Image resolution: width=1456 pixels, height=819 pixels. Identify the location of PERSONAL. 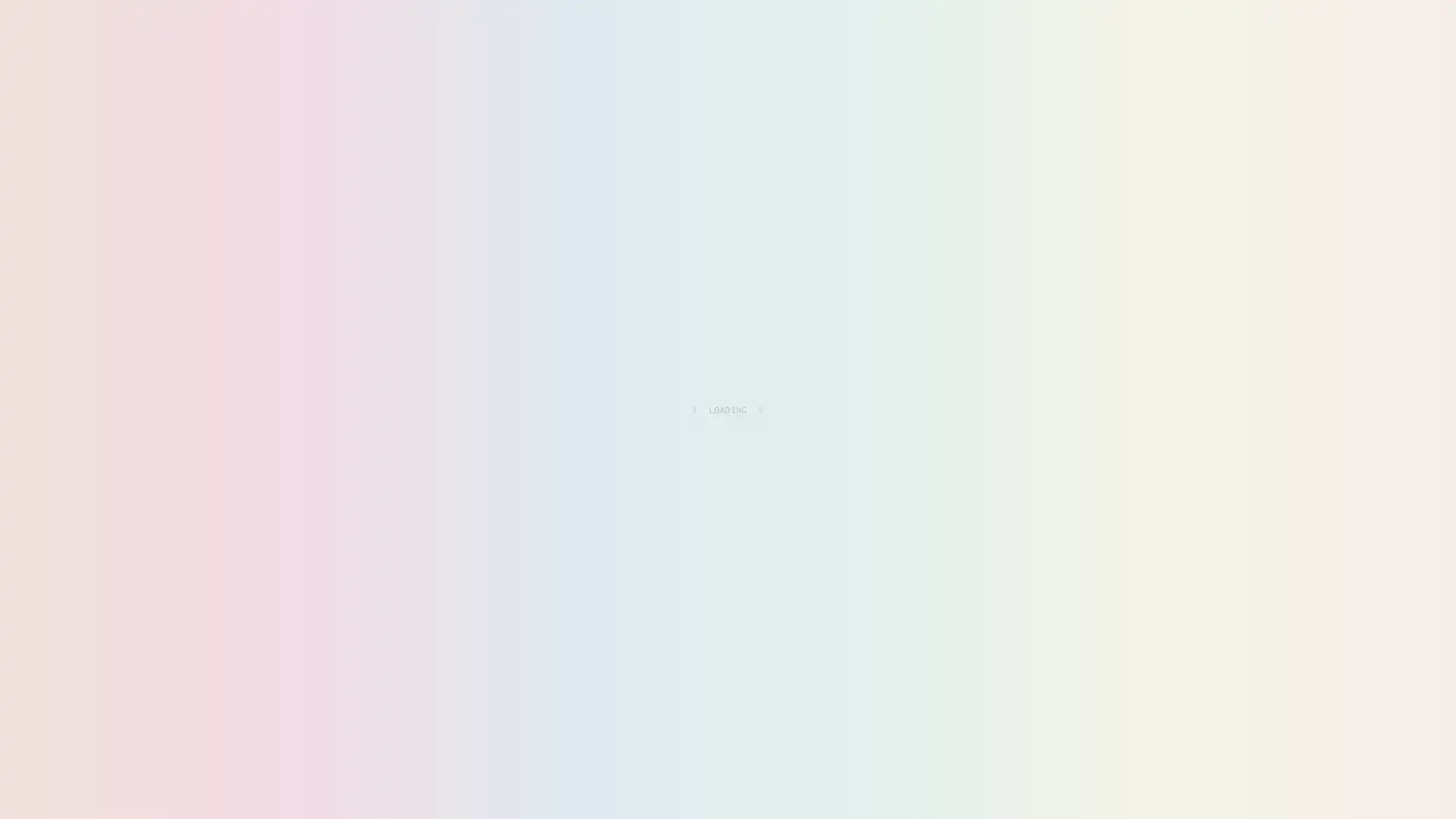
(520, 152).